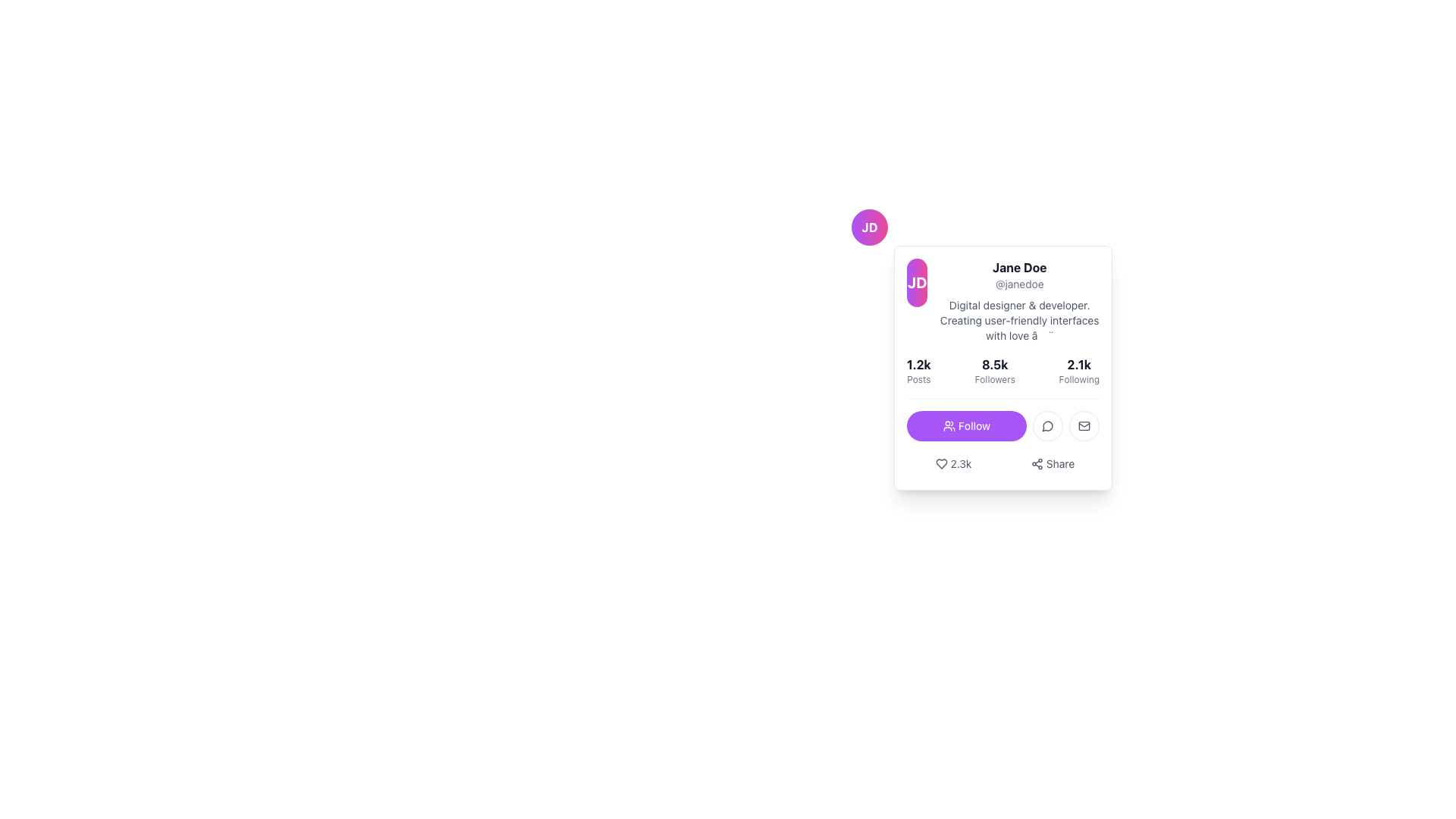 The width and height of the screenshot is (1456, 819). I want to click on the share button located in the bottom-right corner of the card component, adjacent to a heart-shaped icon and the text '2.3k', so click(1052, 463).